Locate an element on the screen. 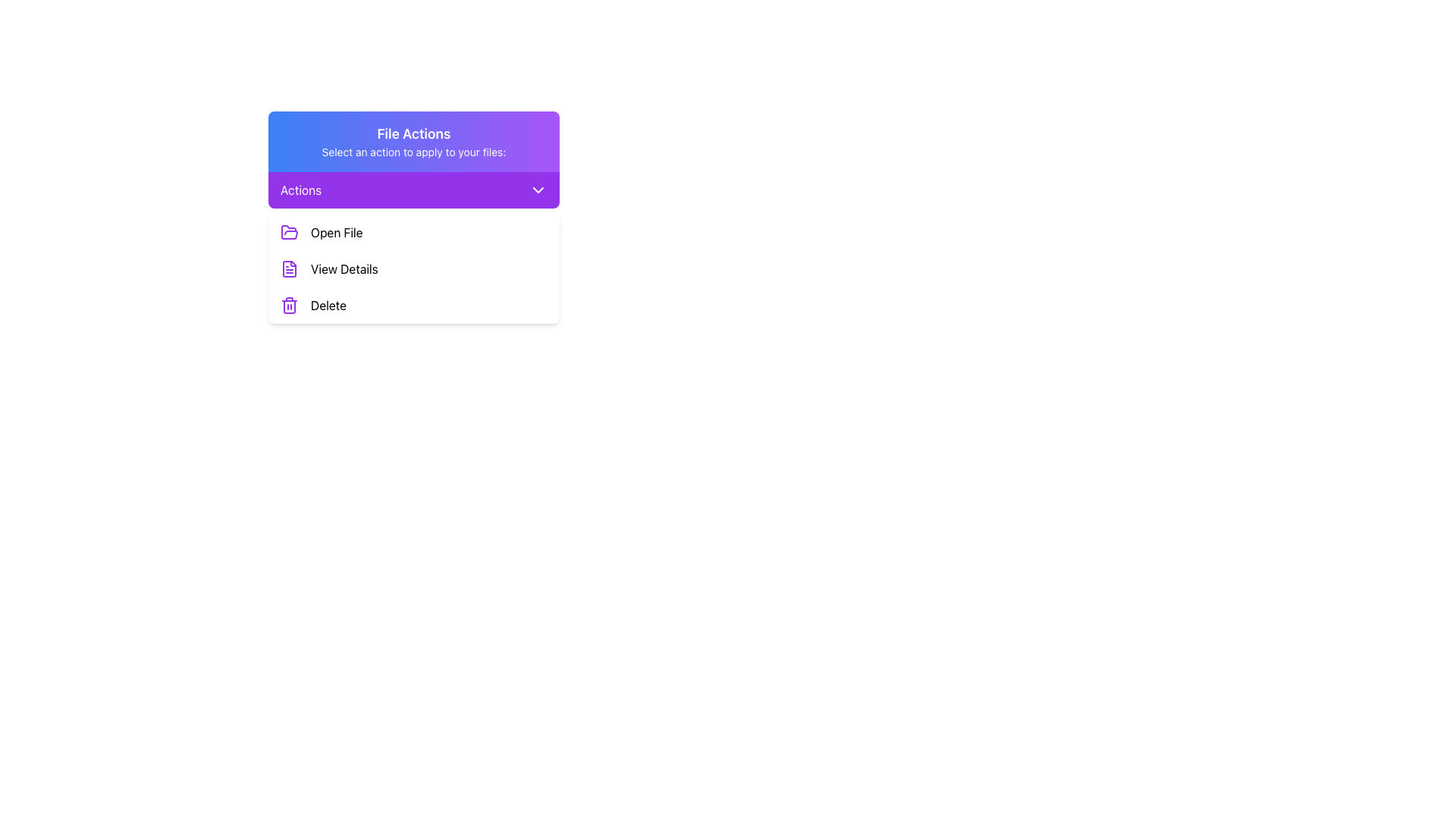  the 'Delete' icon located to the left of the 'Delete' option in the dropdown menu labeled 'Actions' for indirect interaction is located at coordinates (290, 305).